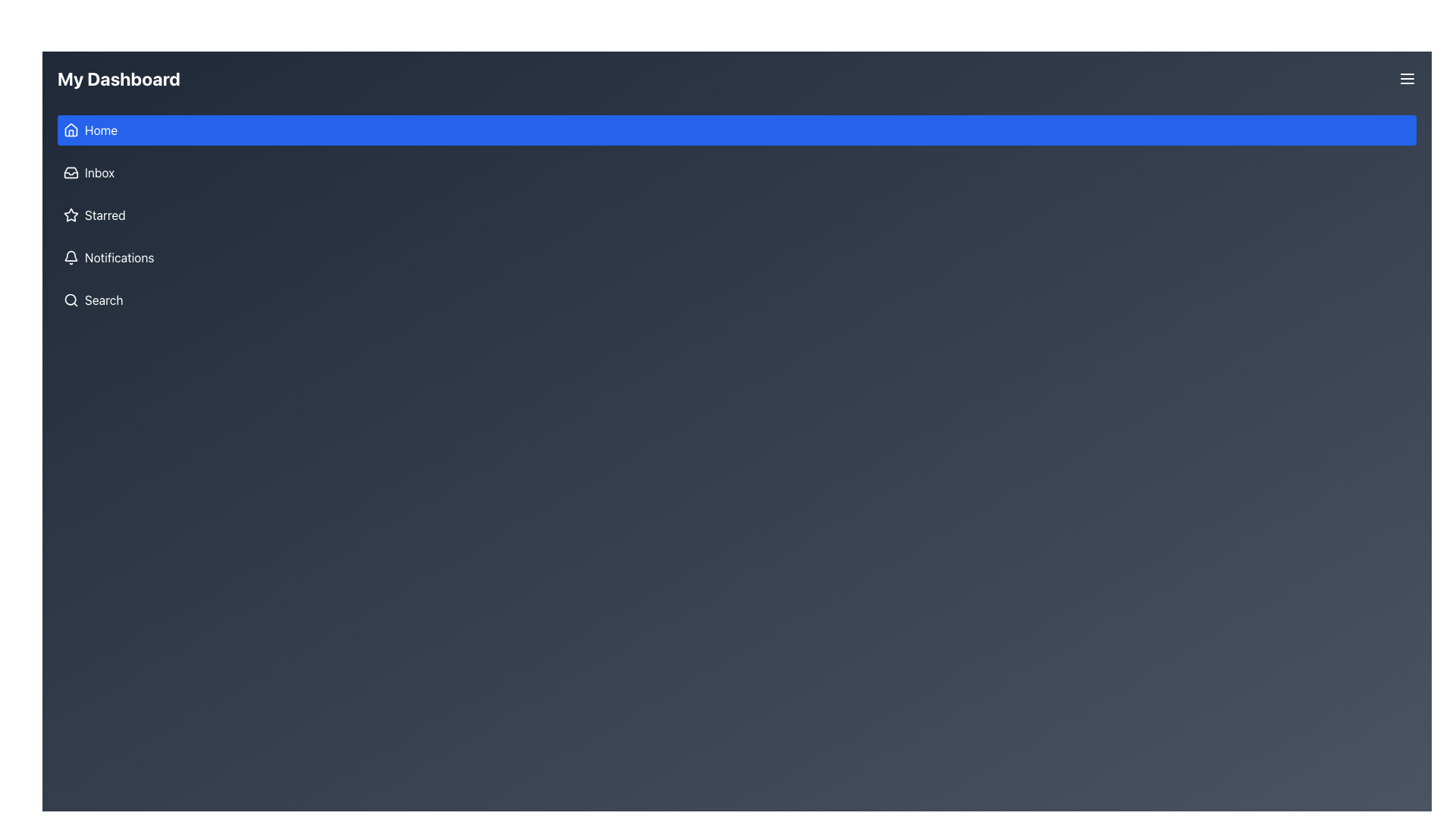 The height and width of the screenshot is (819, 1456). Describe the element at coordinates (1407, 79) in the screenshot. I see `the menu icon with three horizontal lines located at the top-right corner of 'My Dashboard'` at that location.